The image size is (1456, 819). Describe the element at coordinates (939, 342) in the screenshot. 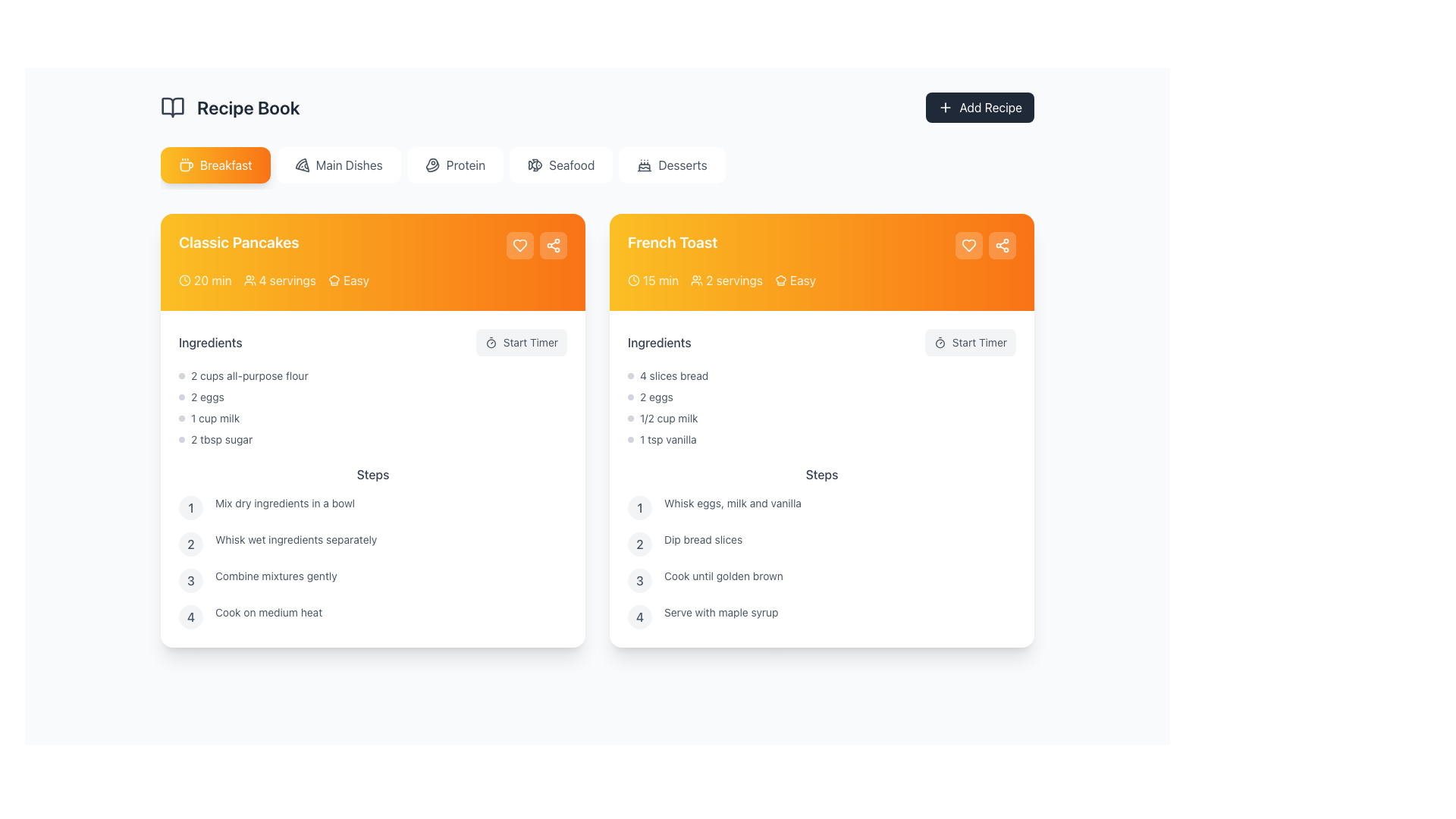

I see `the timer icon located to the left of the 'Start Timer' button within the 'French Toast' recipe card for visual context` at that location.